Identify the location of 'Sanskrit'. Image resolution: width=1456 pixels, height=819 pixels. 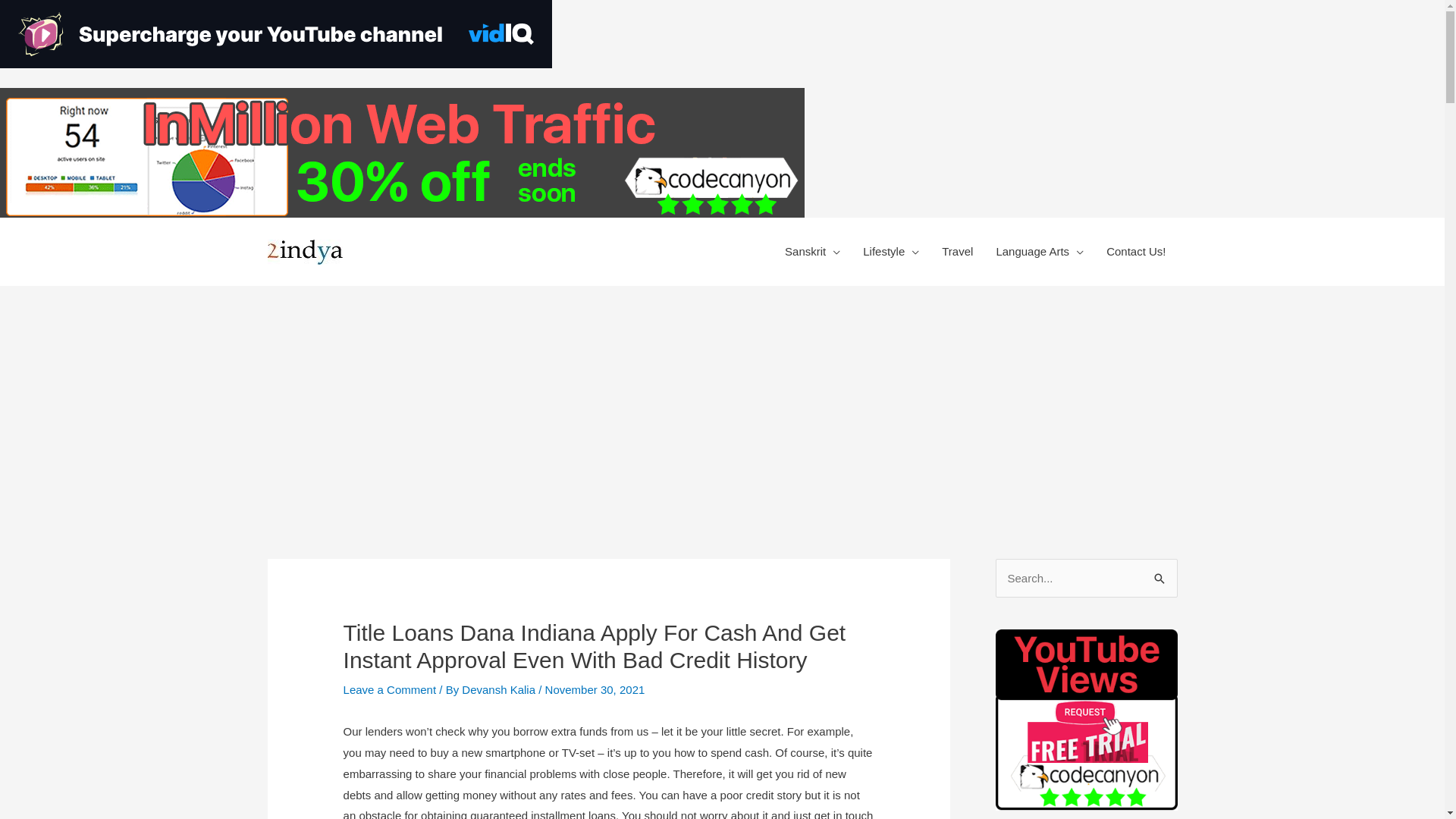
(811, 250).